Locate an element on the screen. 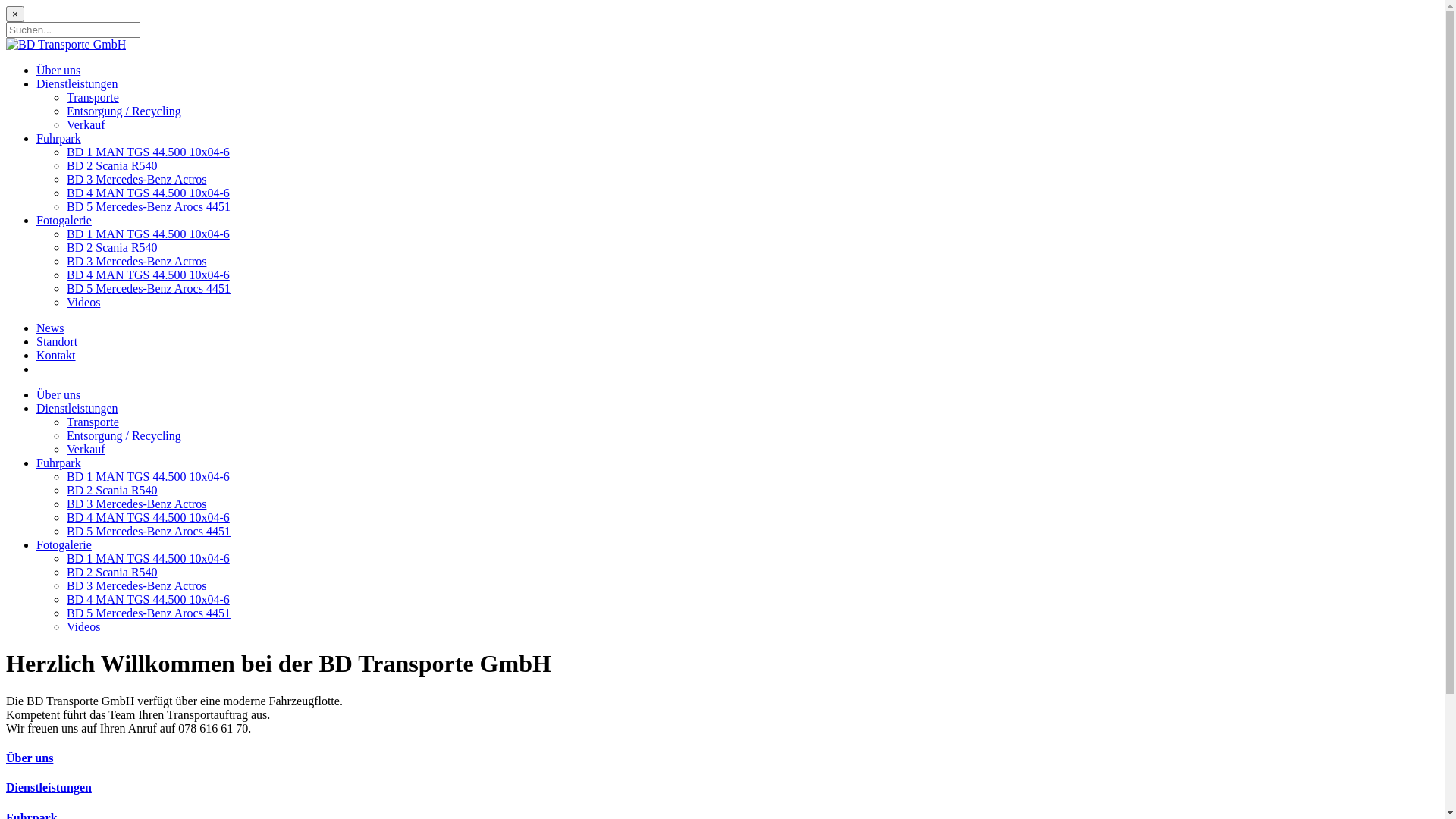 Image resolution: width=1456 pixels, height=819 pixels. 'Entsorgung / Recycling' is located at coordinates (65, 110).